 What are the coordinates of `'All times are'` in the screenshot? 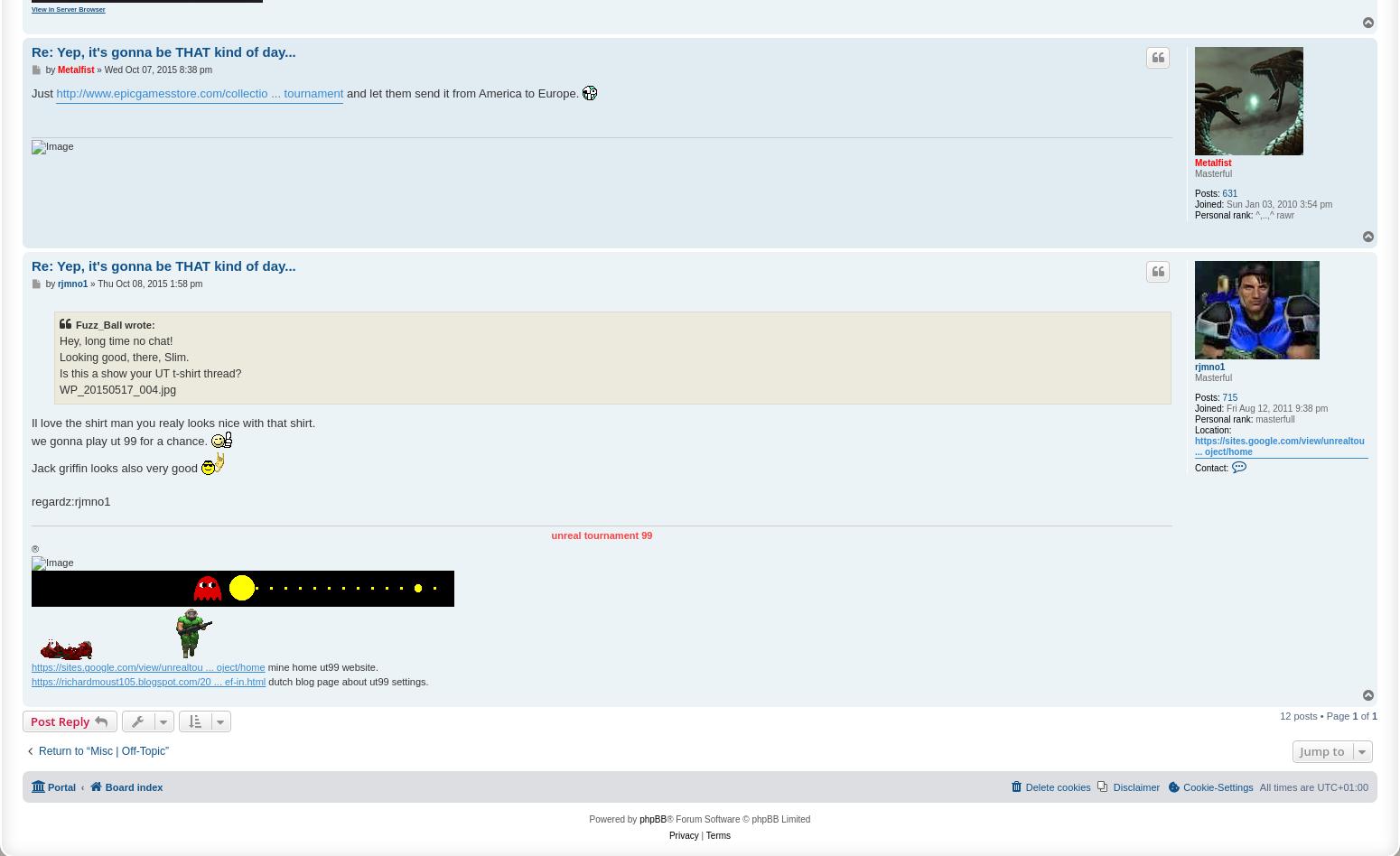 It's located at (1287, 786).